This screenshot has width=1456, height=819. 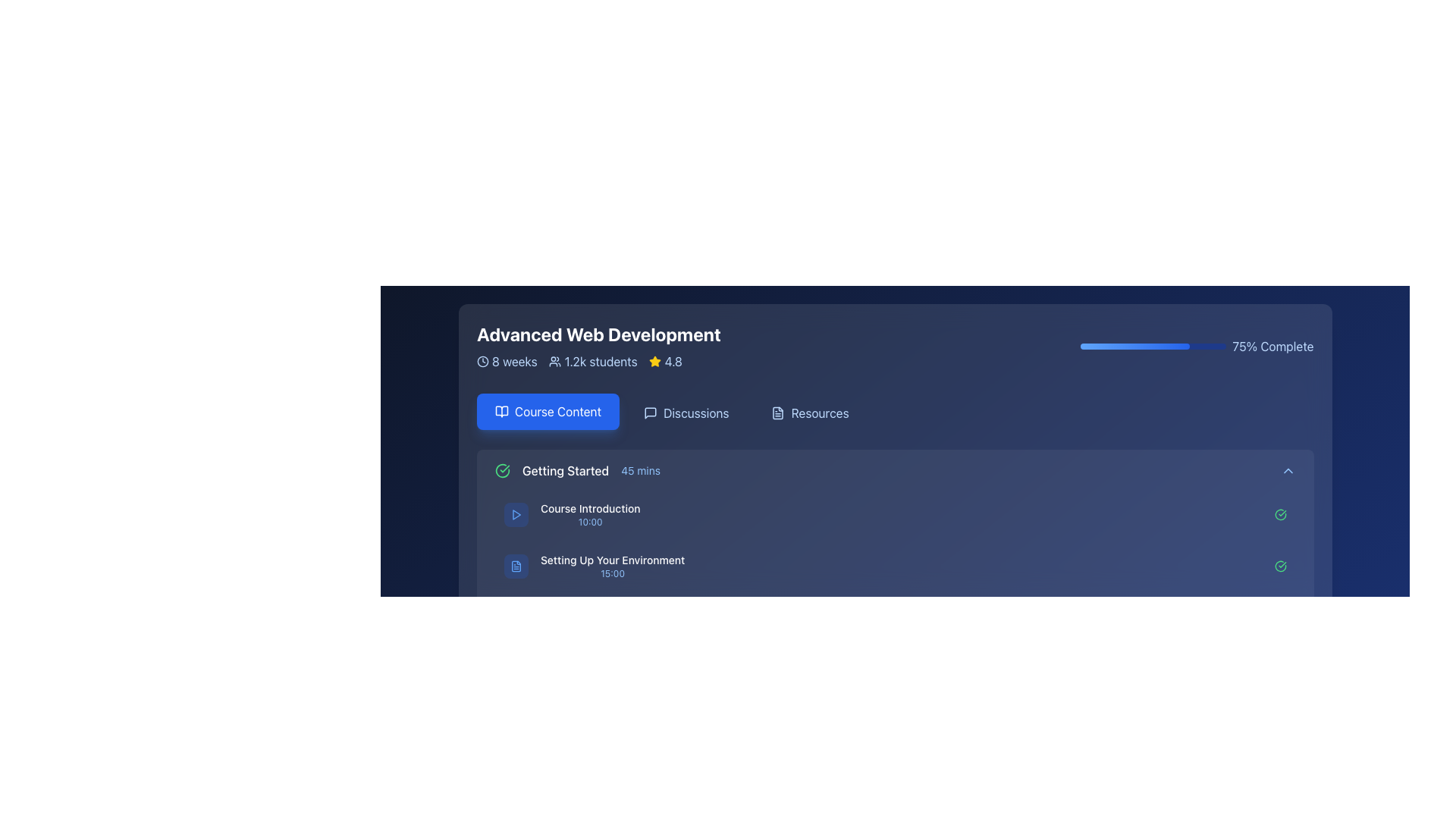 What do you see at coordinates (547, 412) in the screenshot?
I see `the 'Course Content' button` at bounding box center [547, 412].